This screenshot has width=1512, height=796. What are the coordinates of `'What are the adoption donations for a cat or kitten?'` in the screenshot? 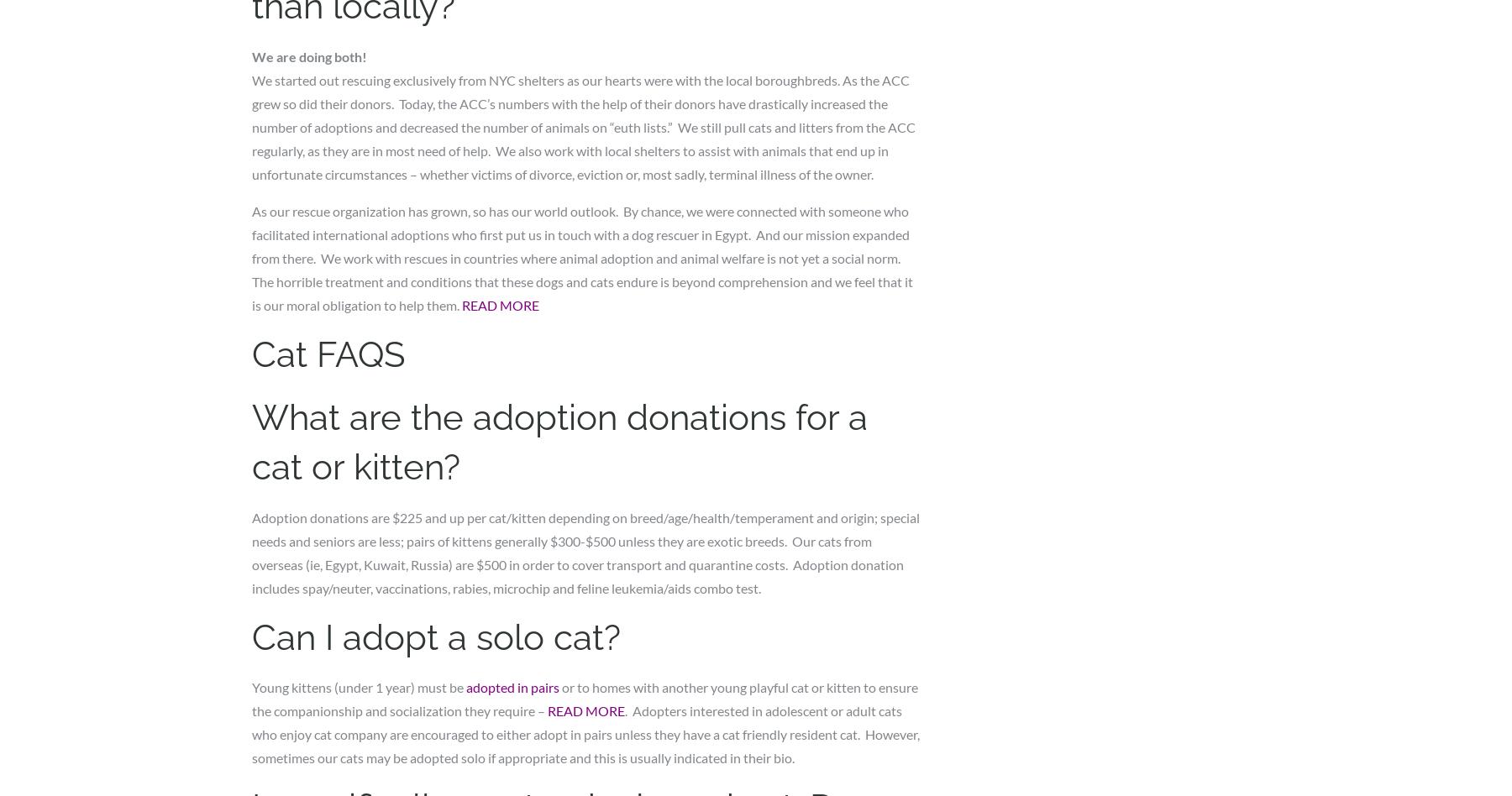 It's located at (559, 442).